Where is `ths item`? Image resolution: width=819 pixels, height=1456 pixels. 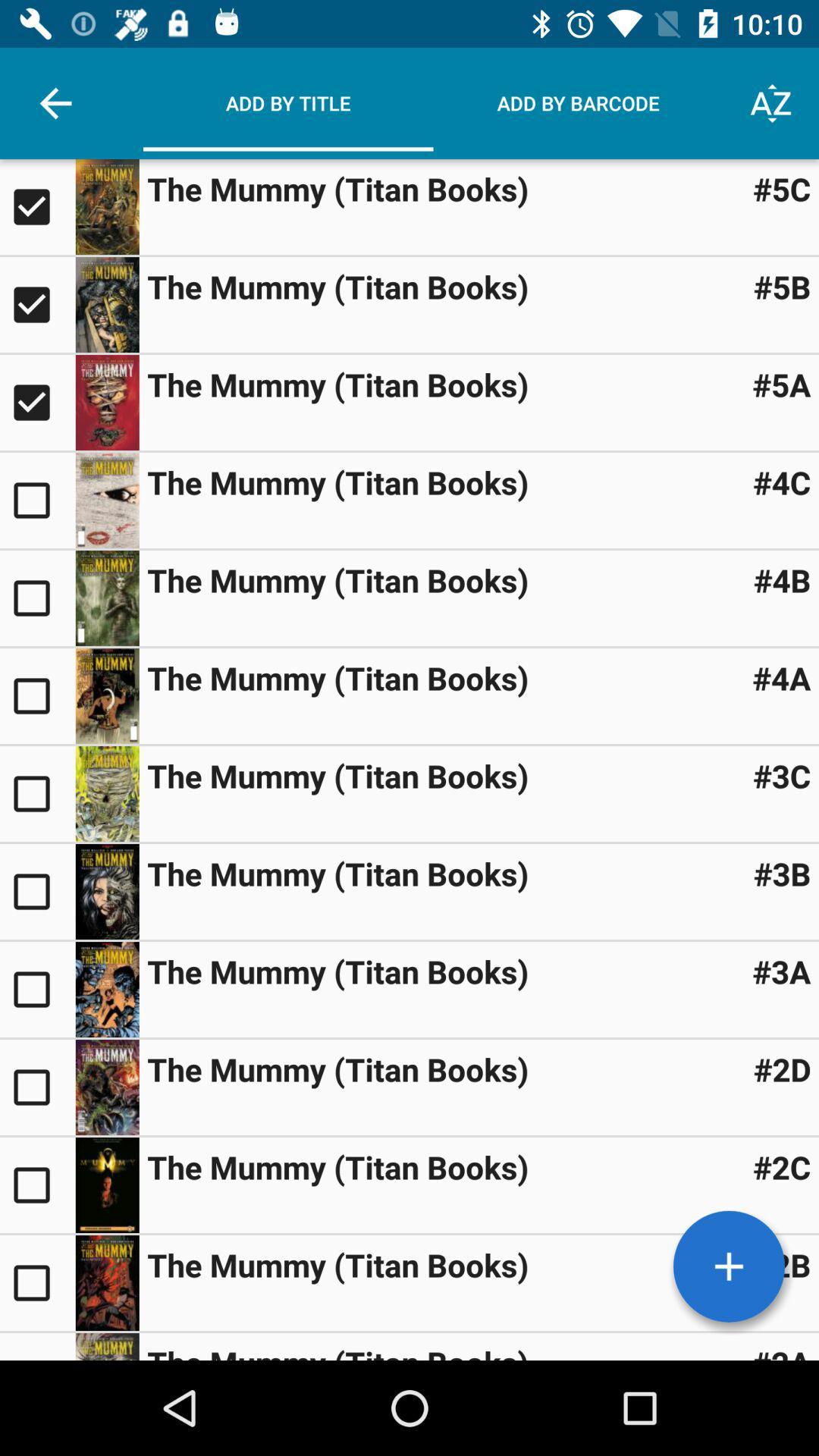 ths item is located at coordinates (36, 695).